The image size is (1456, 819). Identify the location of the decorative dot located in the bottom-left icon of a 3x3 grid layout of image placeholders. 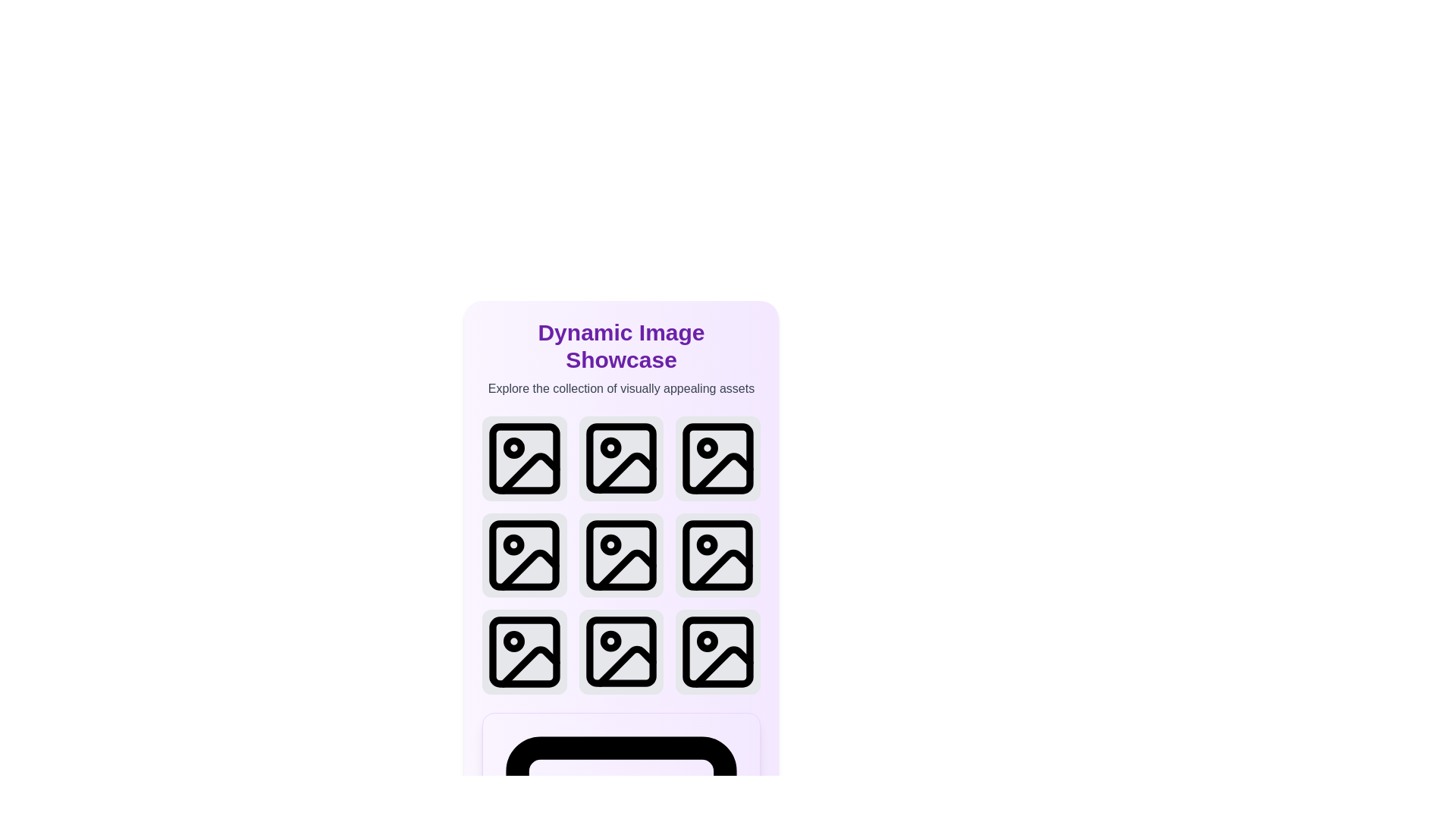
(513, 642).